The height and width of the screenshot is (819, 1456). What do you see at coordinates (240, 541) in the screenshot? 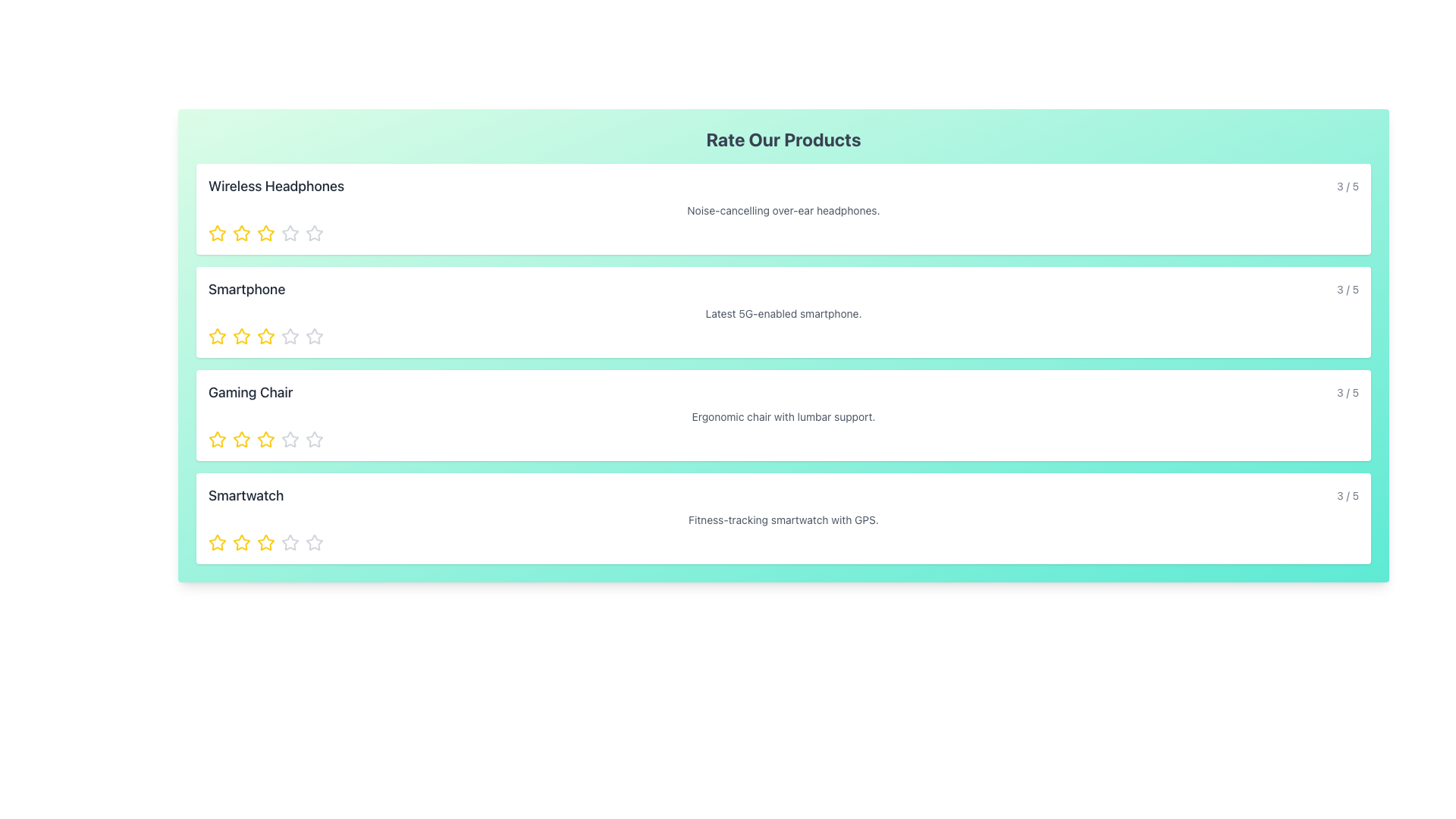
I see `the yellow star icon with a hollow center used for rating in the 'Smartwatch' row` at bounding box center [240, 541].